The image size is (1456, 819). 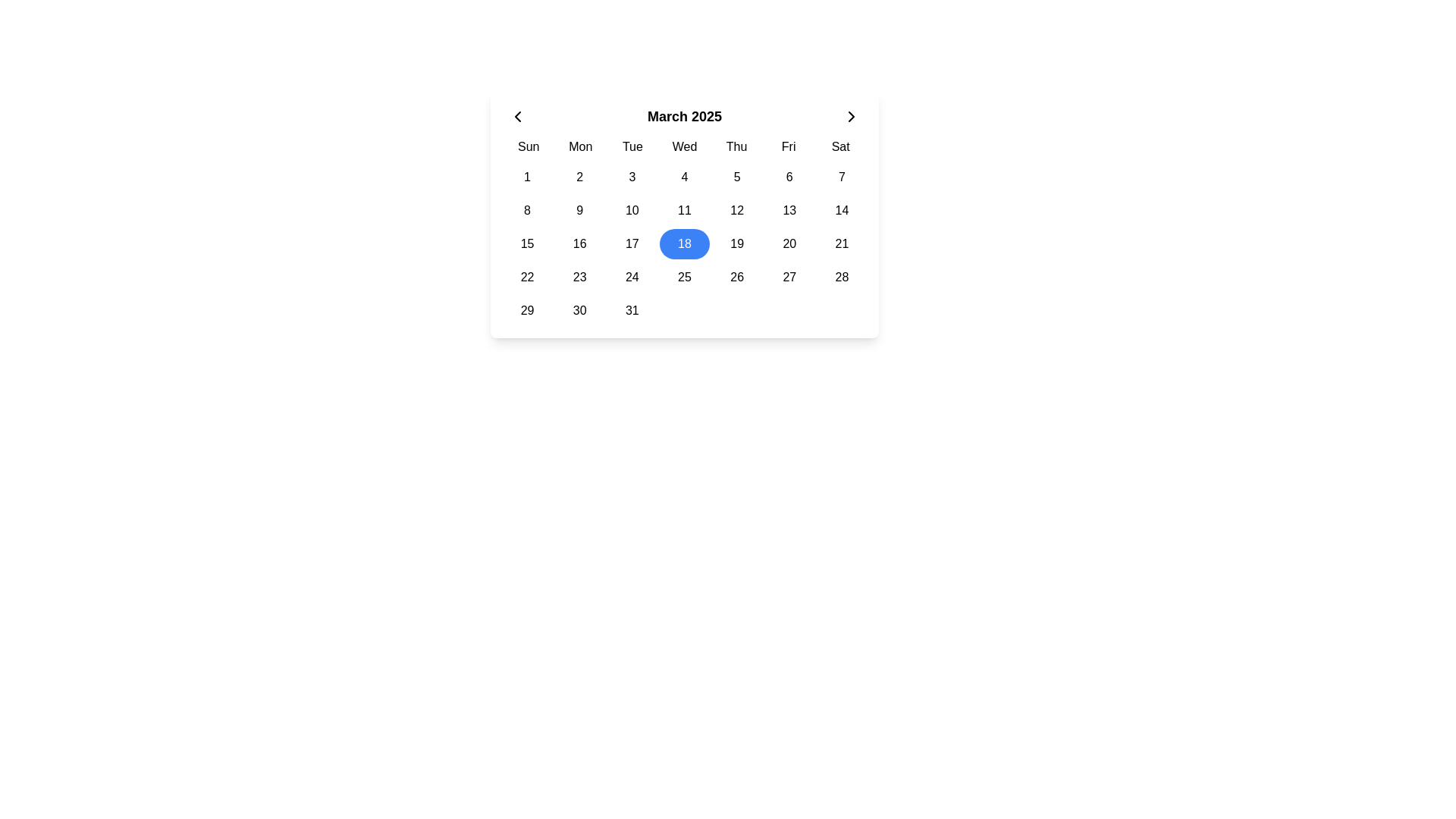 What do you see at coordinates (789, 146) in the screenshot?
I see `the static text label that serves as a header for Fridays in the calendar view, which is the sixth element in a horizontally arranged grid of days of the week` at bounding box center [789, 146].